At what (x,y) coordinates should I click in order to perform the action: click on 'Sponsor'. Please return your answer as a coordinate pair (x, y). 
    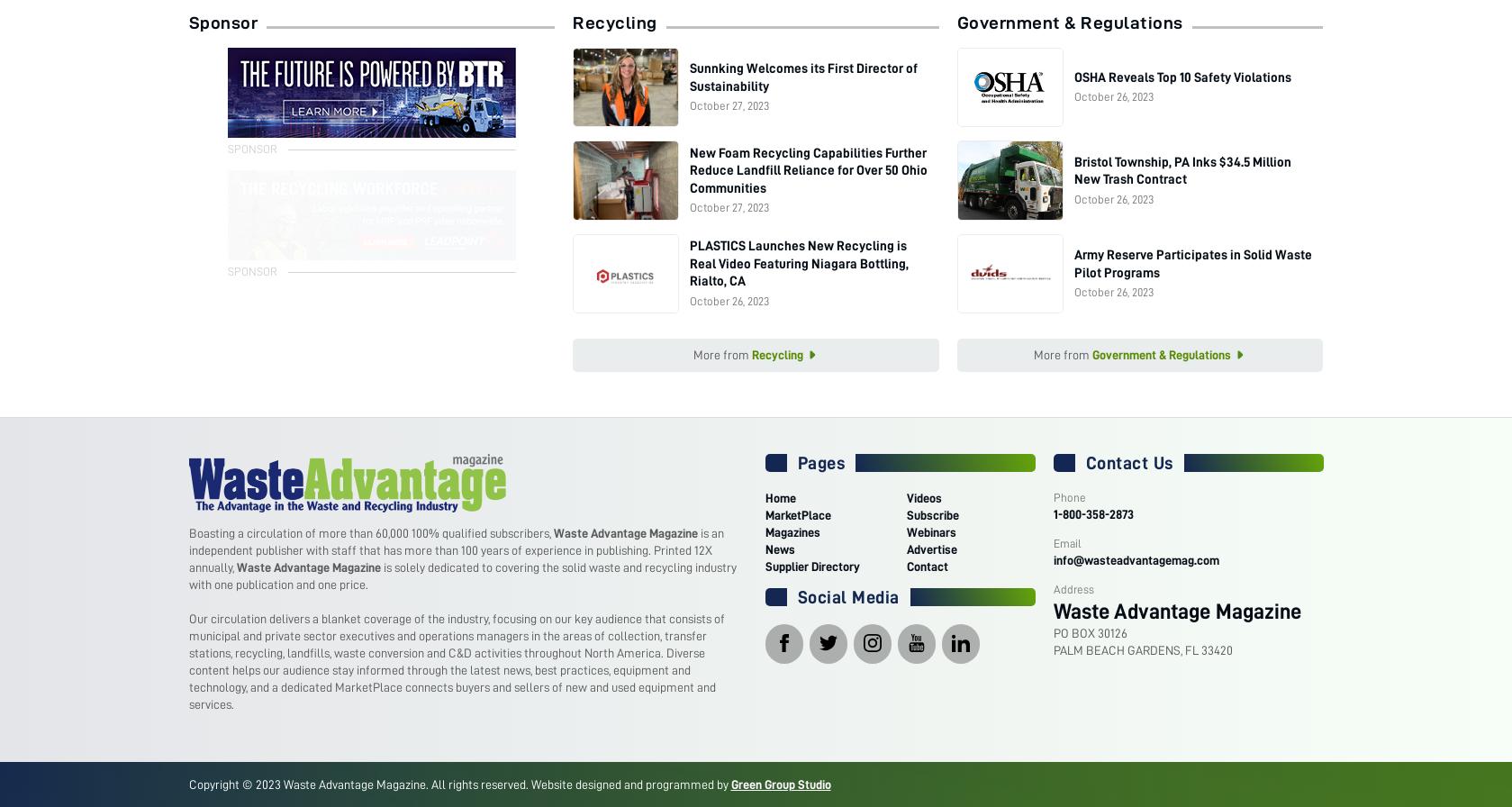
    Looking at the image, I should click on (188, 22).